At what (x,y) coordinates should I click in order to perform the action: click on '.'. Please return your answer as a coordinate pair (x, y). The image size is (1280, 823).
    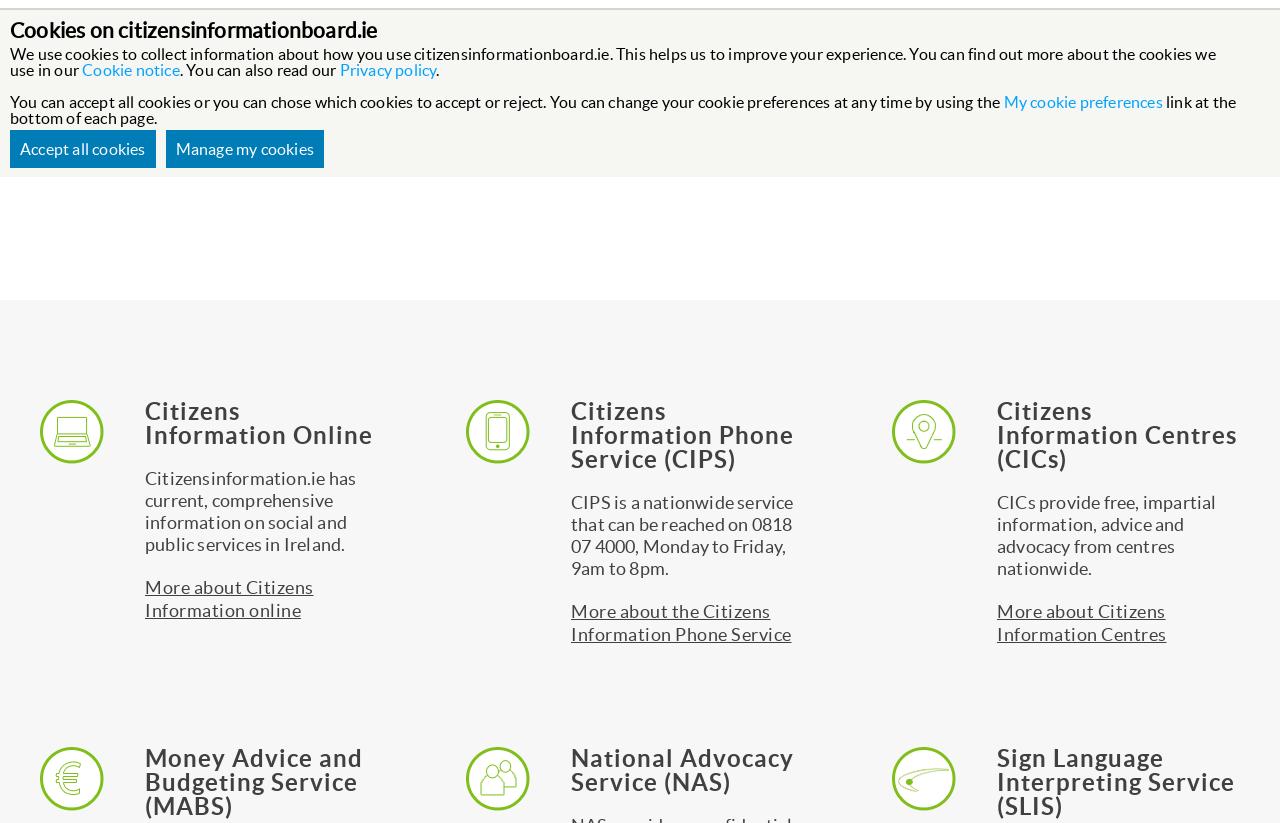
    Looking at the image, I should click on (436, 70).